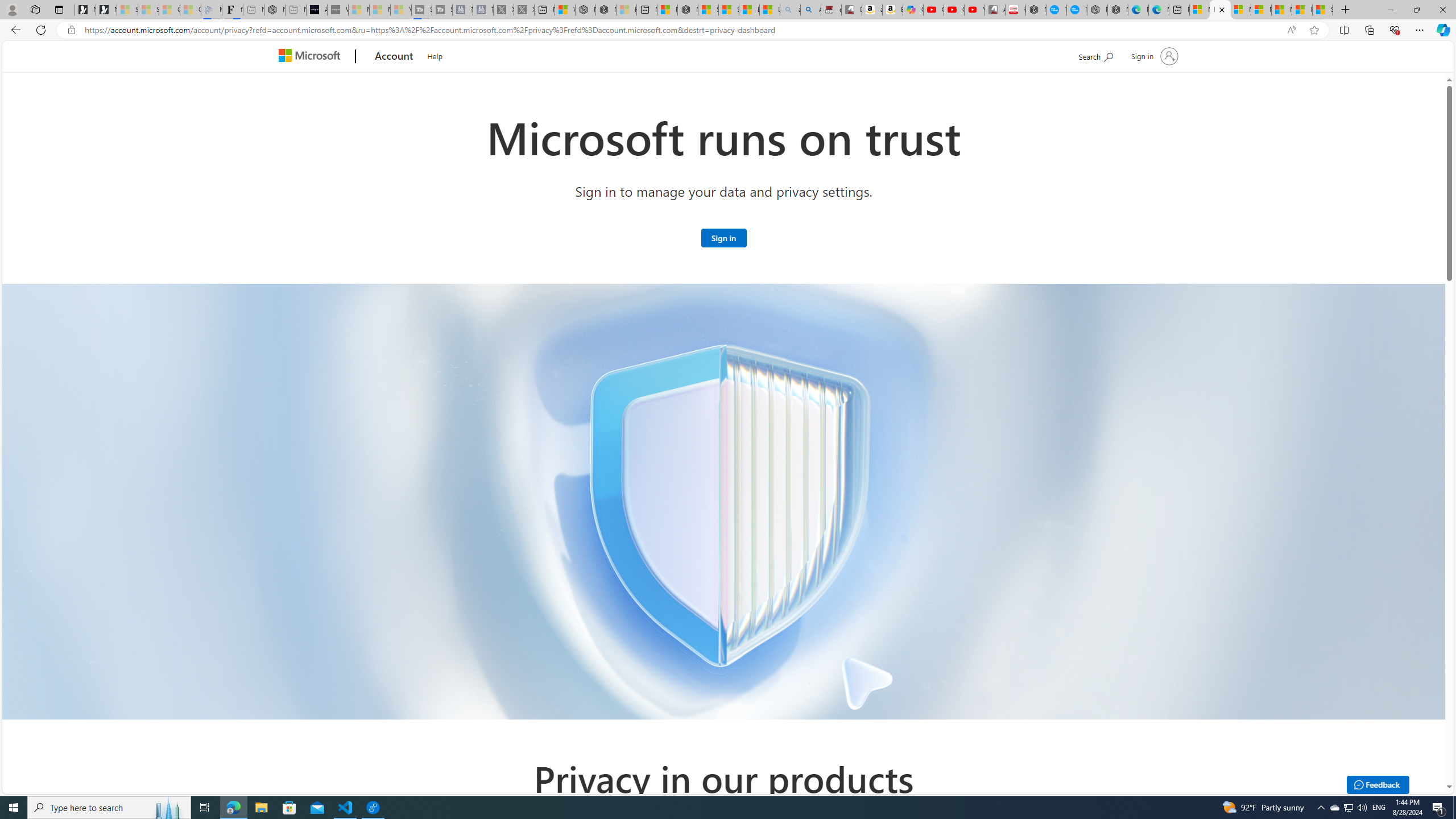 The height and width of the screenshot is (819, 1456). Describe the element at coordinates (687, 9) in the screenshot. I see `'Nordace - Nordace Siena Is Not An Ordinary Backpack'` at that location.